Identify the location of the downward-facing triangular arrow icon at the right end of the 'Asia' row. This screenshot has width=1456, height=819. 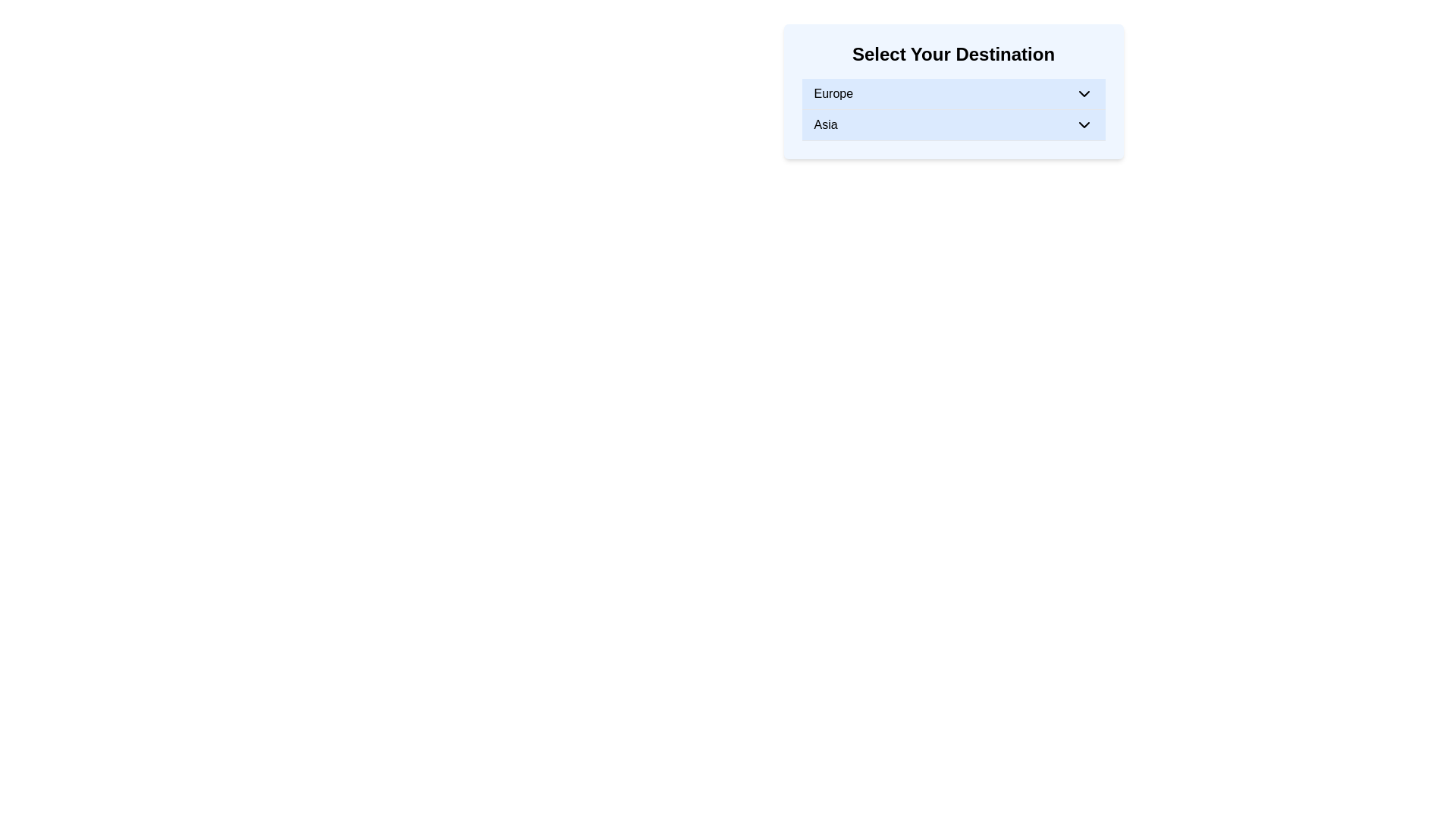
(1083, 124).